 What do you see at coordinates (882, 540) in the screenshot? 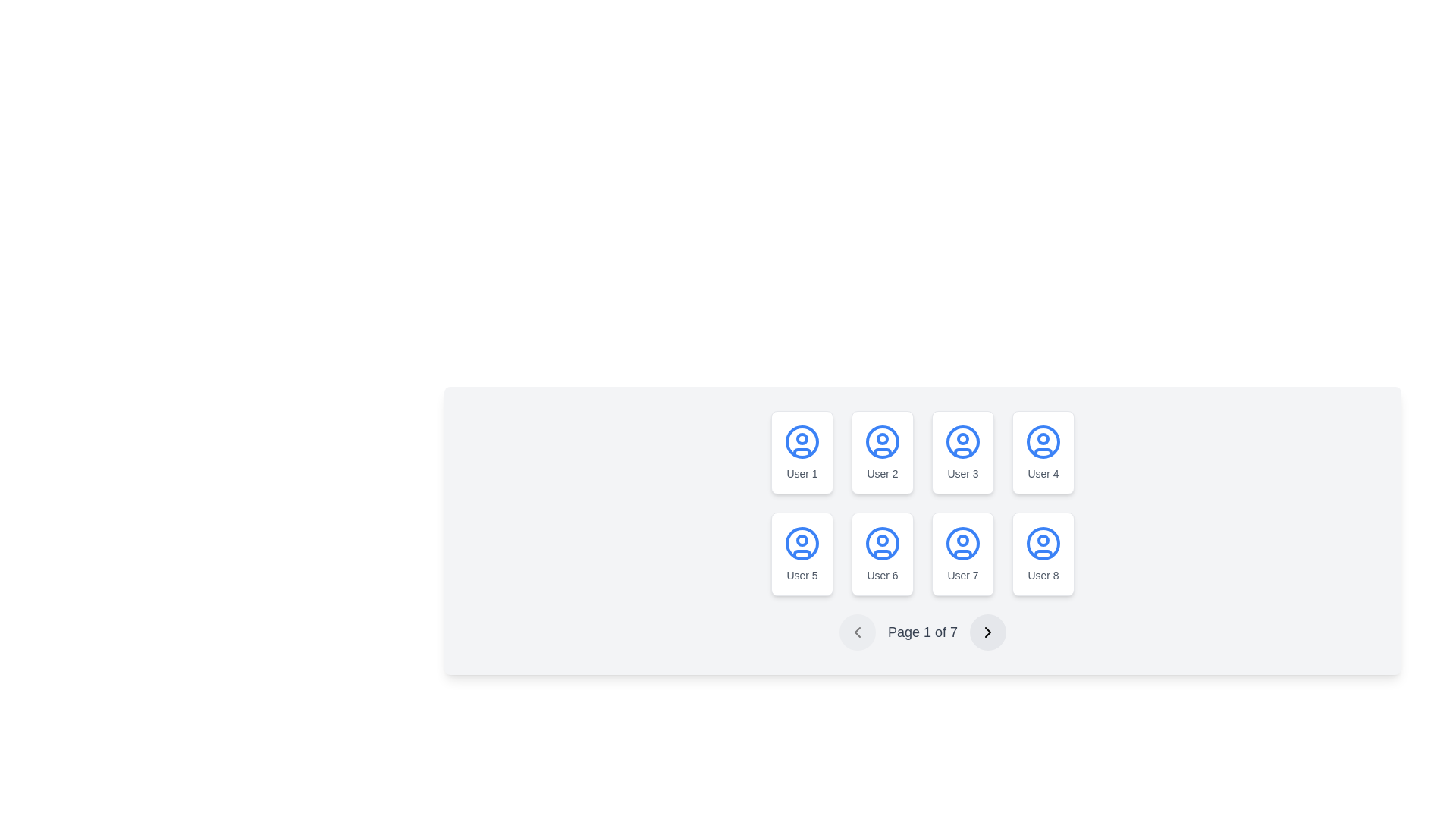
I see `the small circular SVG Circle component with a blue stroke and white fill, located at the center of 'User 6's avatar head in the second row, third column of the user cards grid` at bounding box center [882, 540].